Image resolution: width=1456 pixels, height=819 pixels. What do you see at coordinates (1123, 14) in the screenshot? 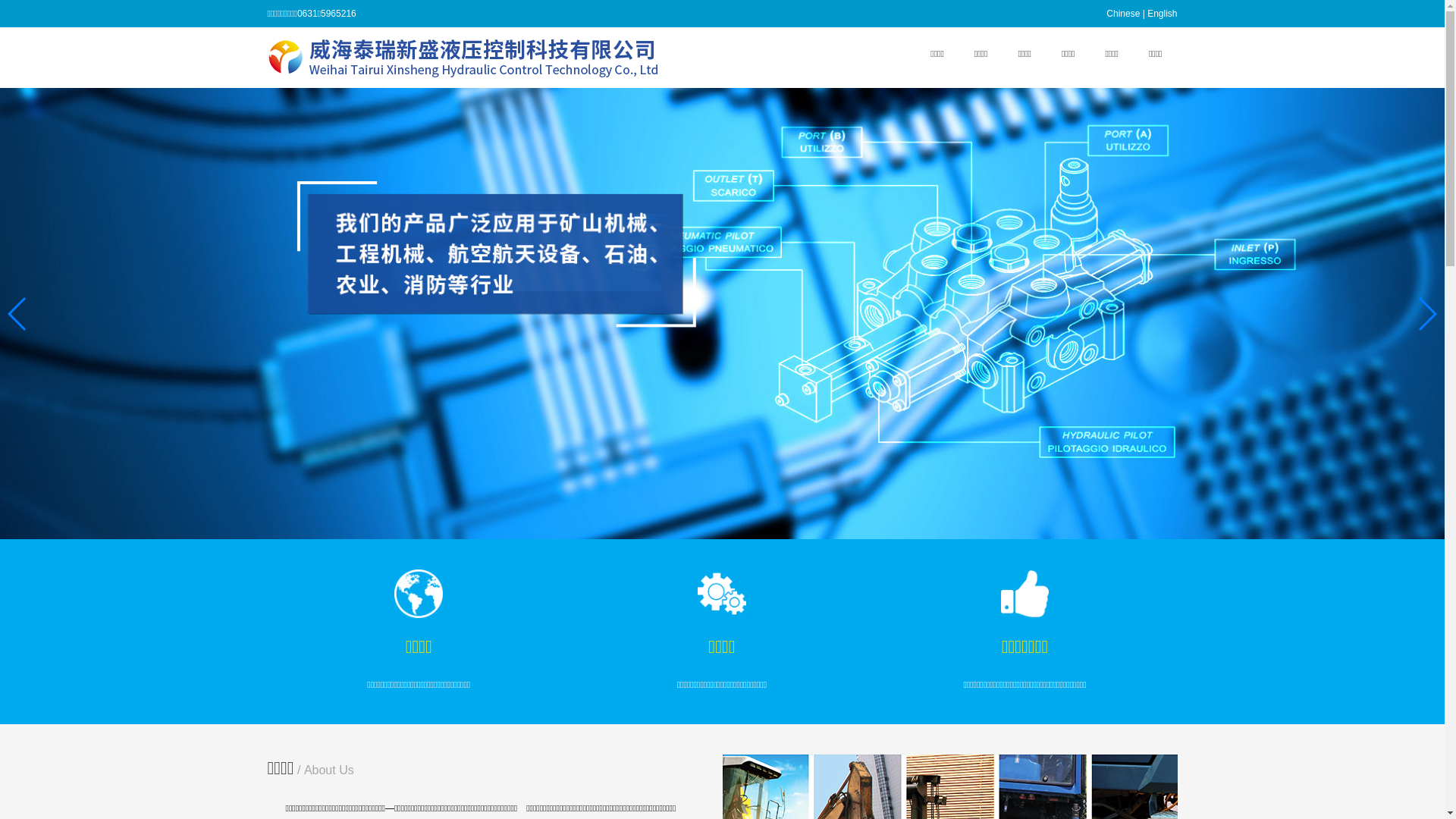
I see `'Chinese'` at bounding box center [1123, 14].